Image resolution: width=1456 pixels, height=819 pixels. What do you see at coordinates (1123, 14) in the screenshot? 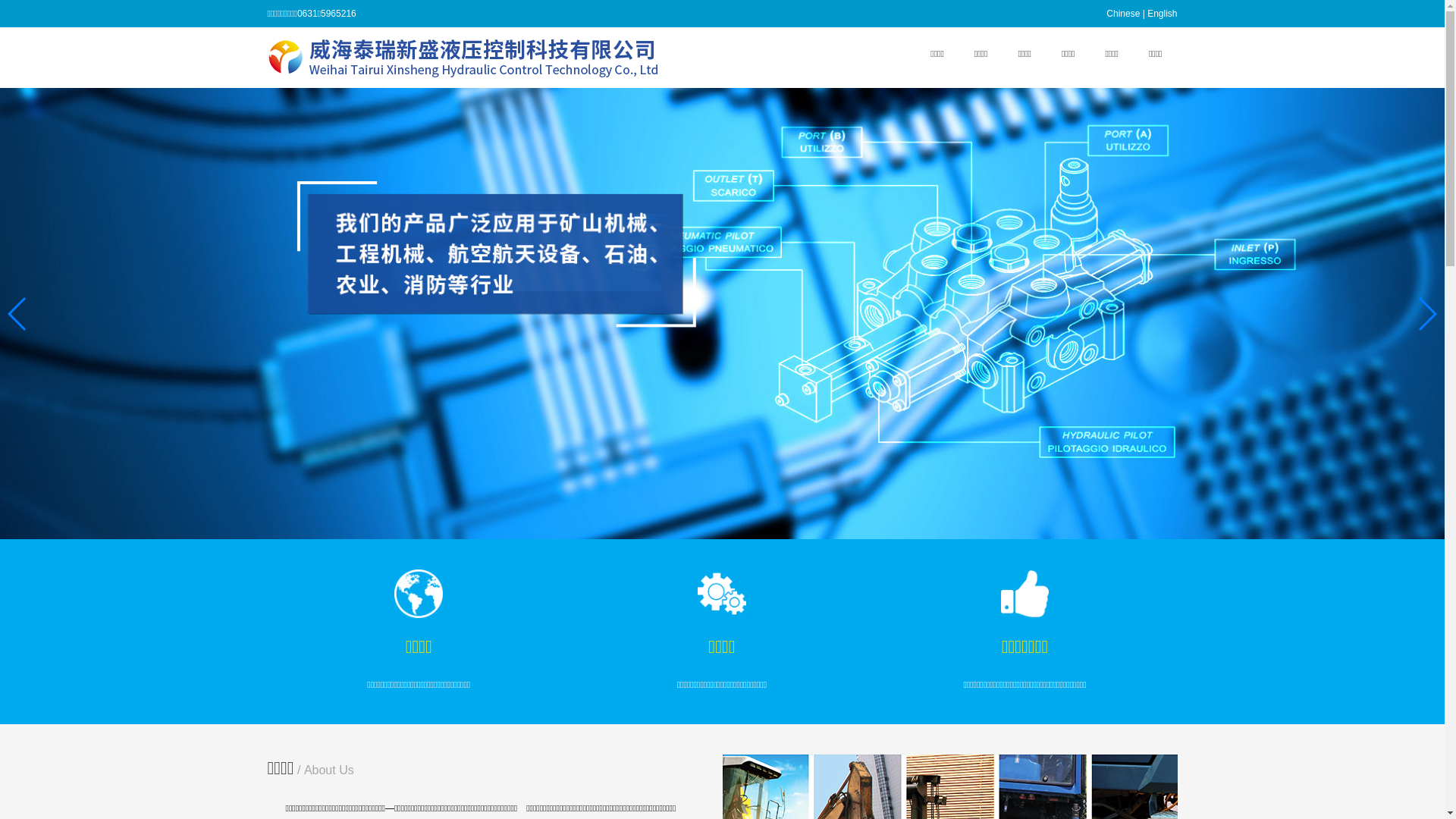
I see `'Chinese'` at bounding box center [1123, 14].